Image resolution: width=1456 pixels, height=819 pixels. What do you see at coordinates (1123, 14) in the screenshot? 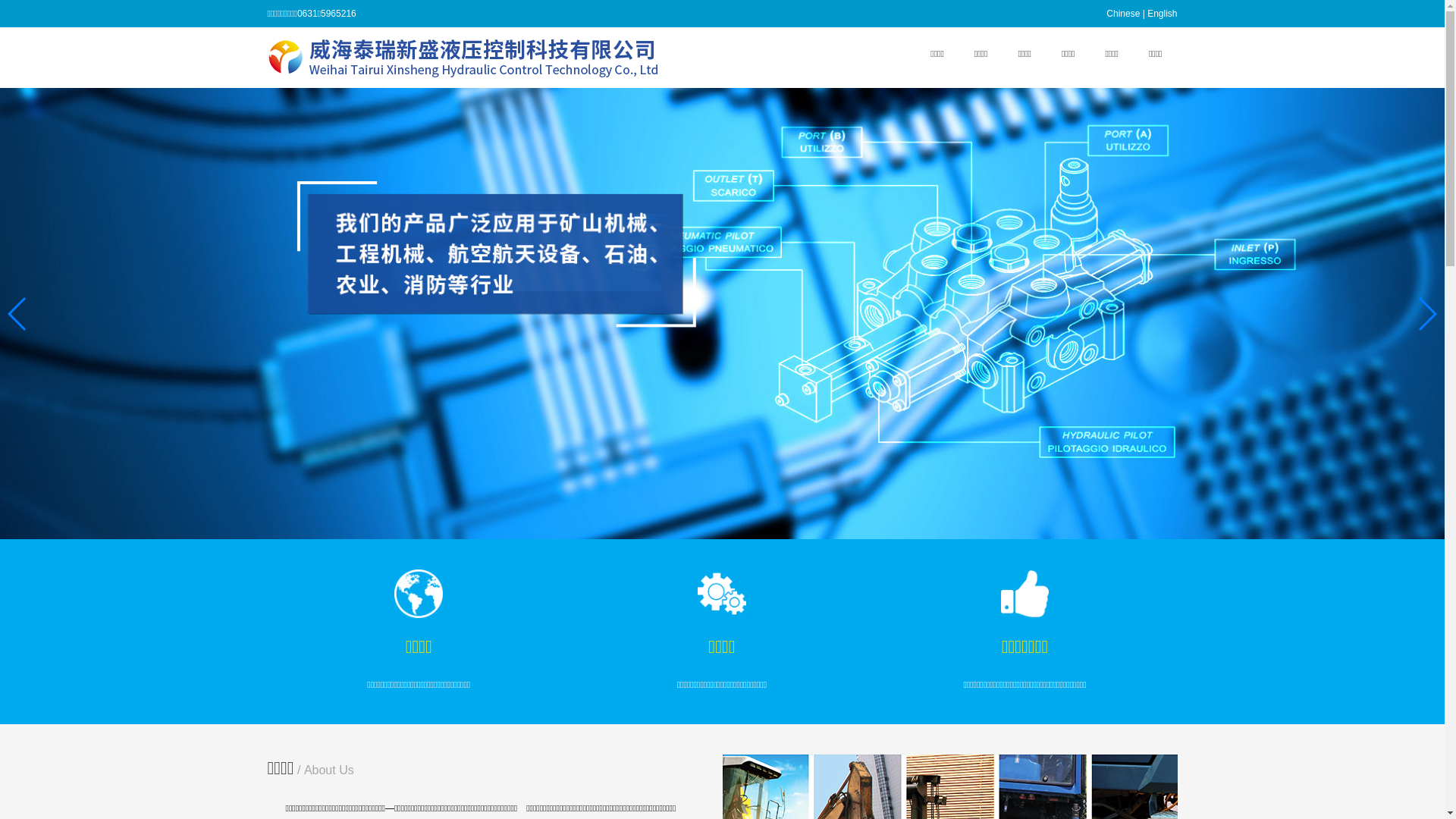
I see `'Chinese'` at bounding box center [1123, 14].